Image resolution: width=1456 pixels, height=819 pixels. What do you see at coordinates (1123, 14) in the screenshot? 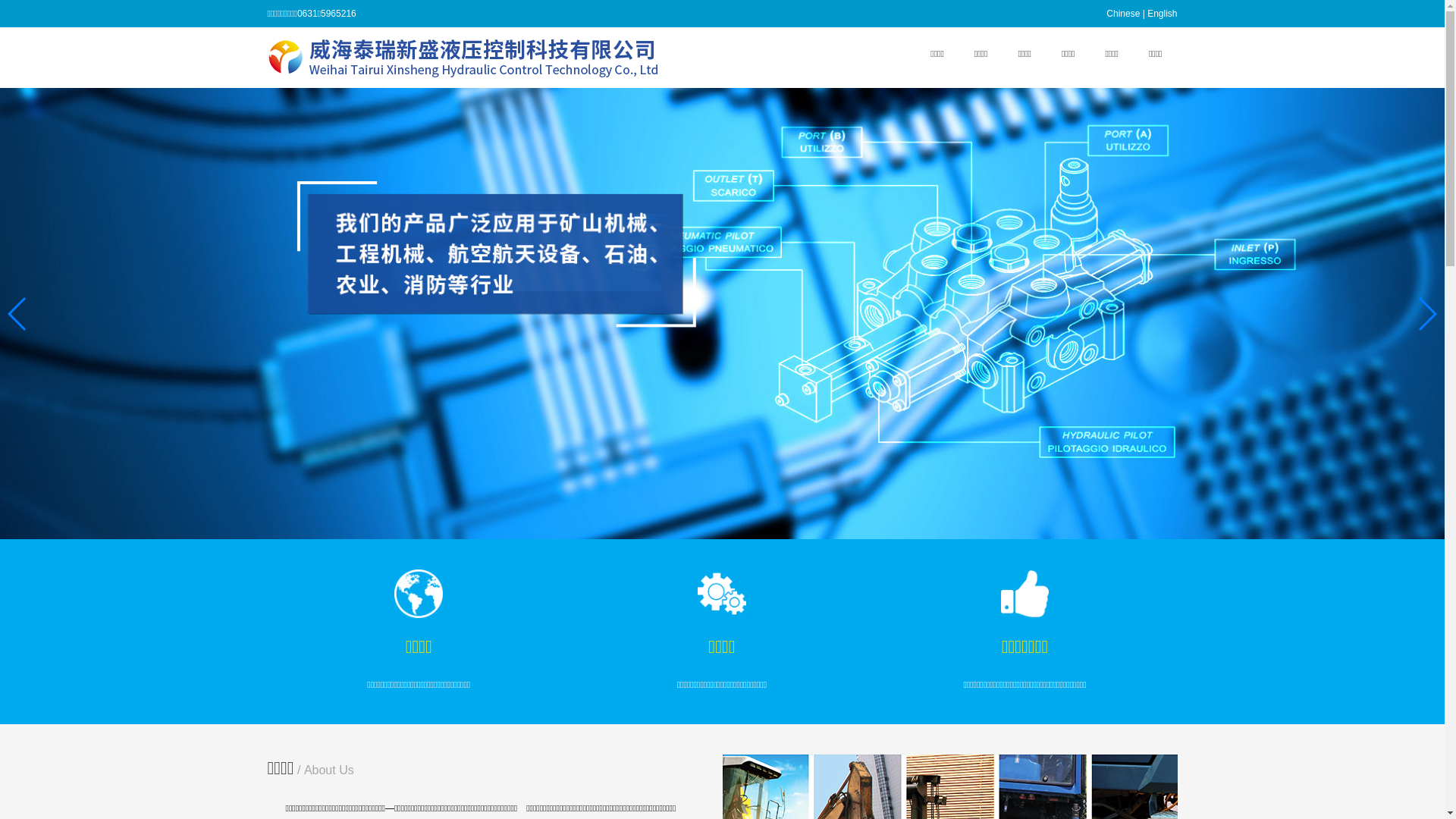
I see `'Chinese'` at bounding box center [1123, 14].